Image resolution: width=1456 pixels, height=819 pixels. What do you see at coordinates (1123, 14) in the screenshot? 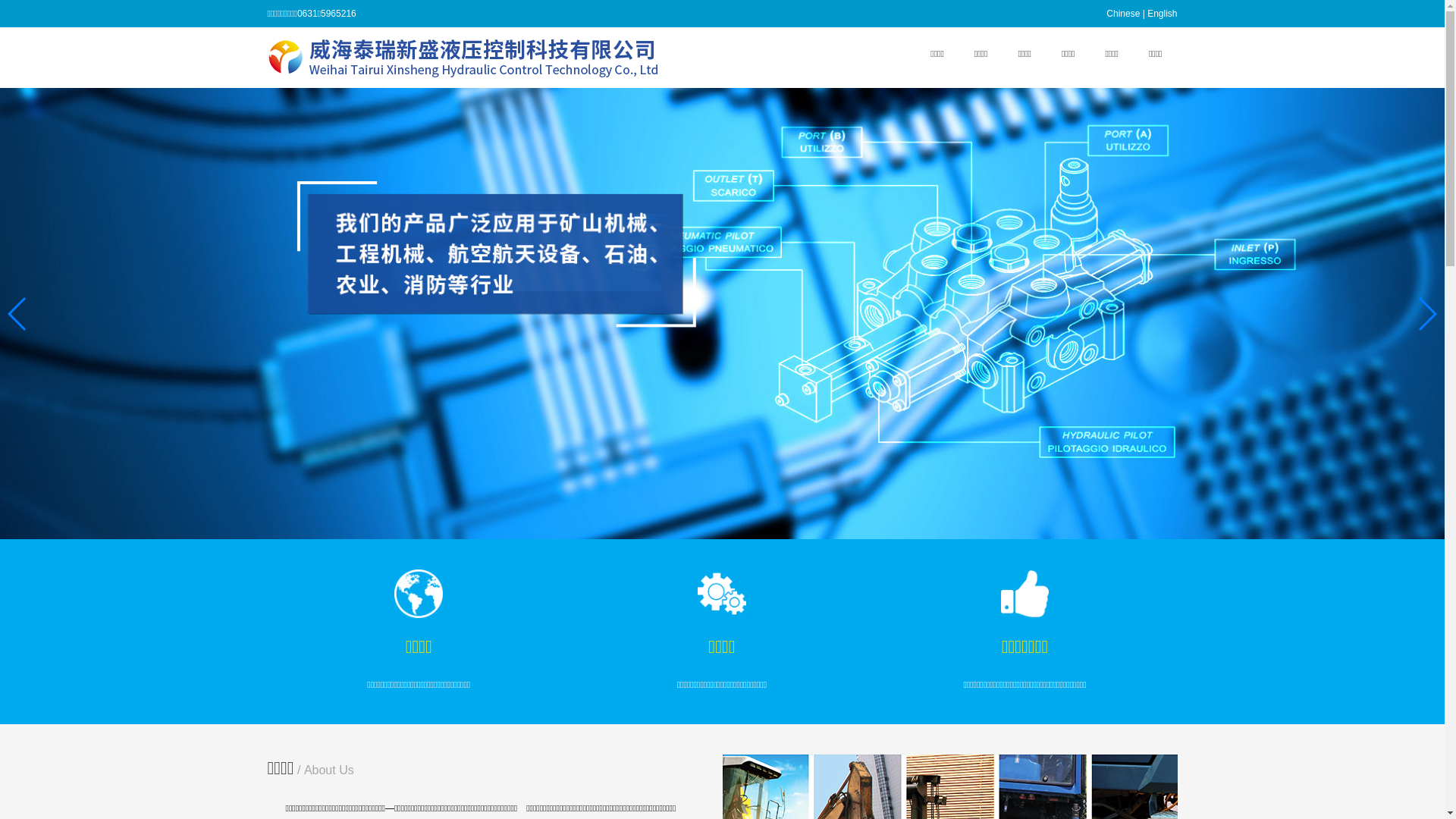
I see `'Chinese'` at bounding box center [1123, 14].